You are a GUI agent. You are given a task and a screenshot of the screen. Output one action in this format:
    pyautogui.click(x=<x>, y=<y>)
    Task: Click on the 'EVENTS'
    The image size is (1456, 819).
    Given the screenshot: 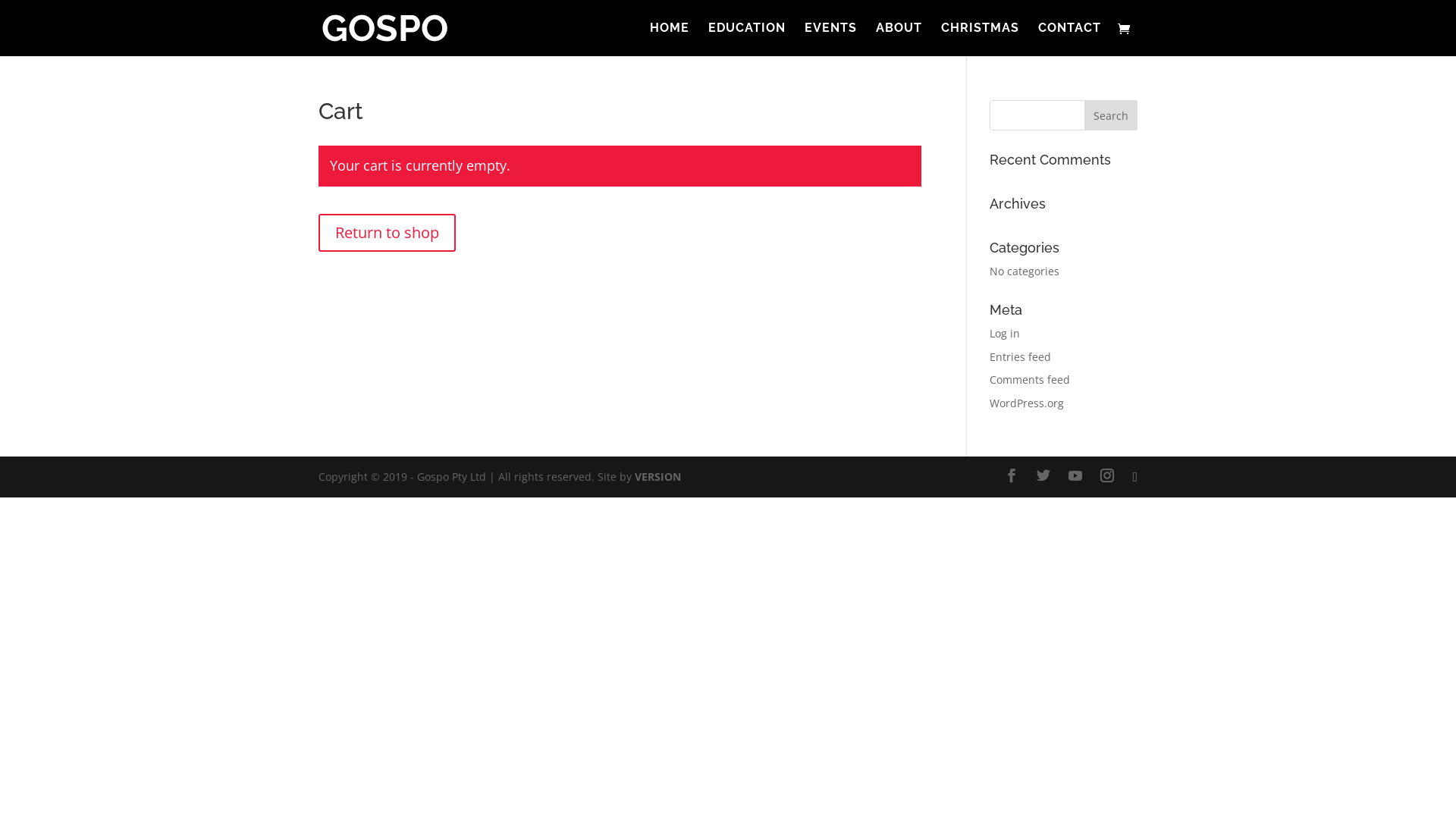 What is the action you would take?
    pyautogui.click(x=830, y=38)
    